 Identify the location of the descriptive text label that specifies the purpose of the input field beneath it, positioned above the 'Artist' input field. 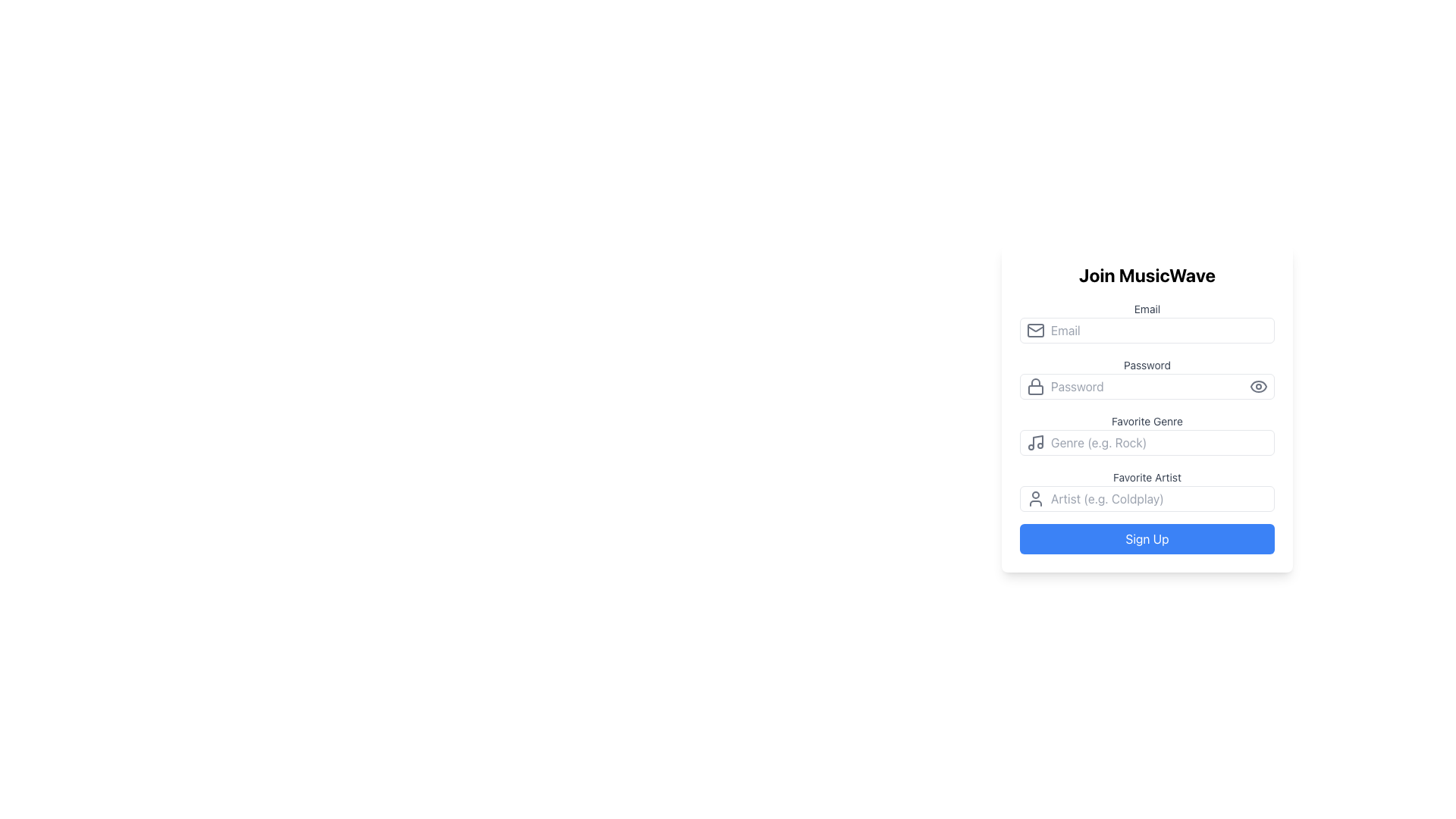
(1147, 476).